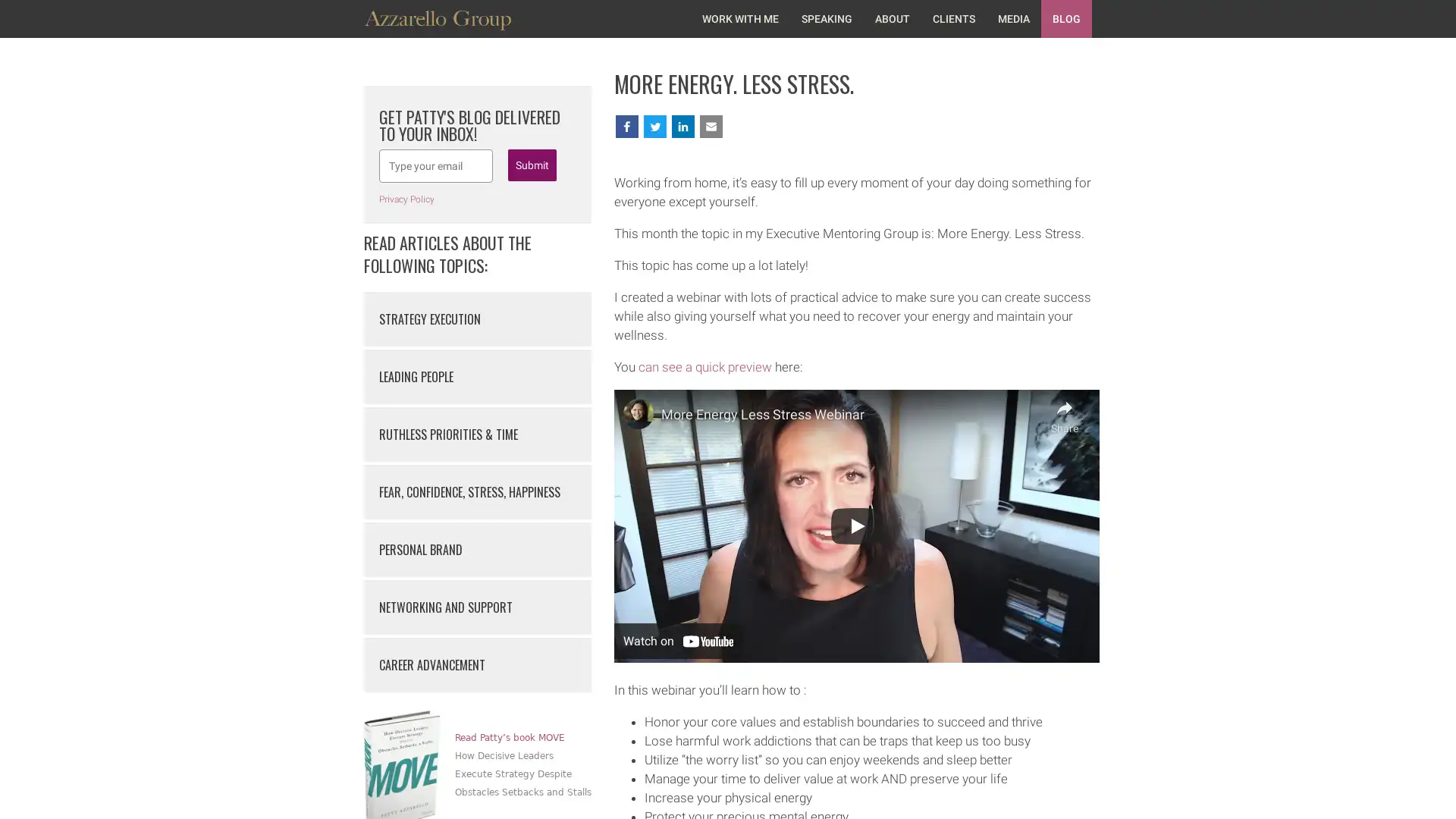 This screenshot has height=819, width=1456. I want to click on PERSONAL BRAND, so click(476, 550).